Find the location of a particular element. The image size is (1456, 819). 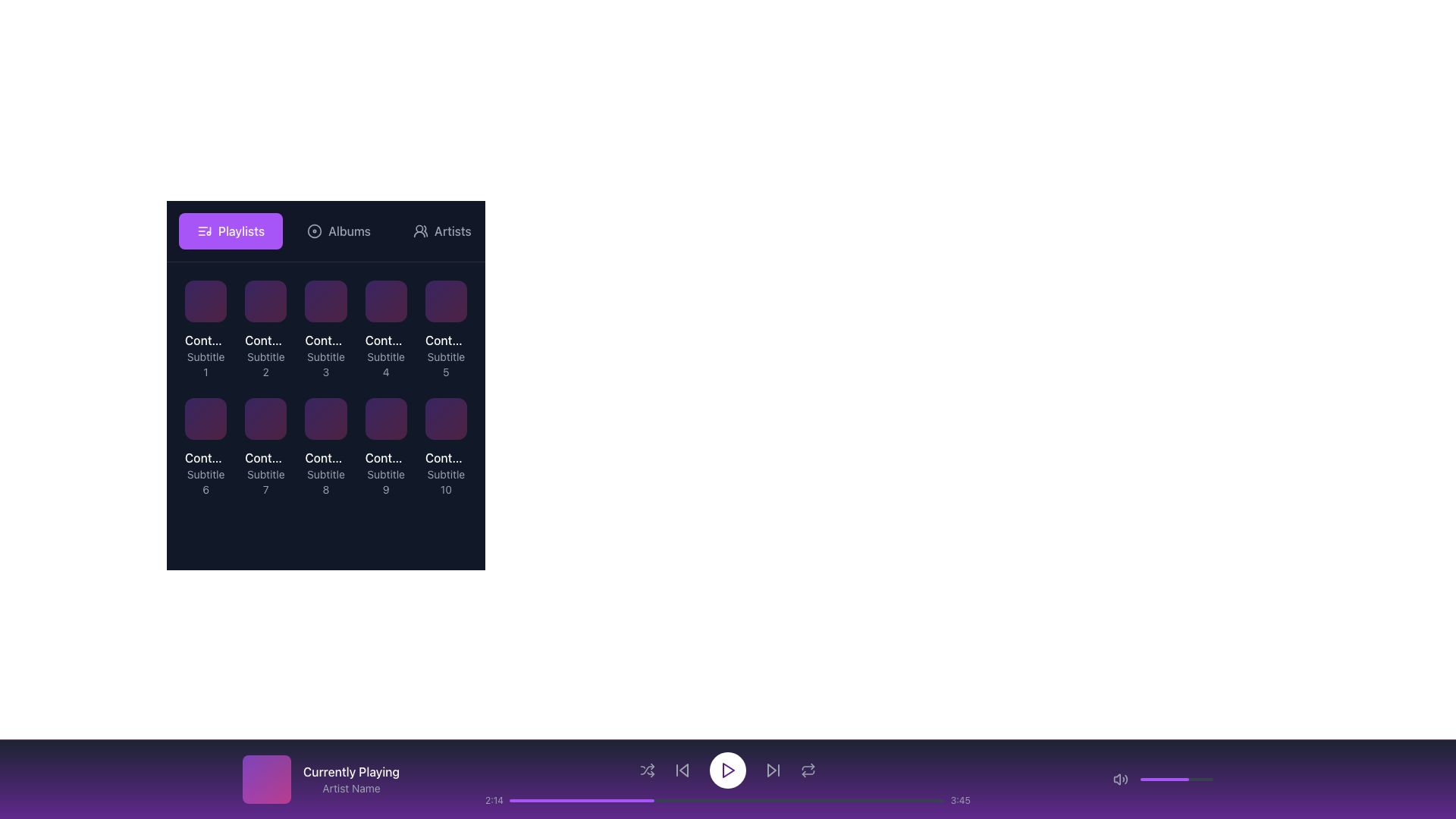

the loudspeaker icon button located in the bottom right corner of the interface to mute or unmute audio is located at coordinates (1121, 780).